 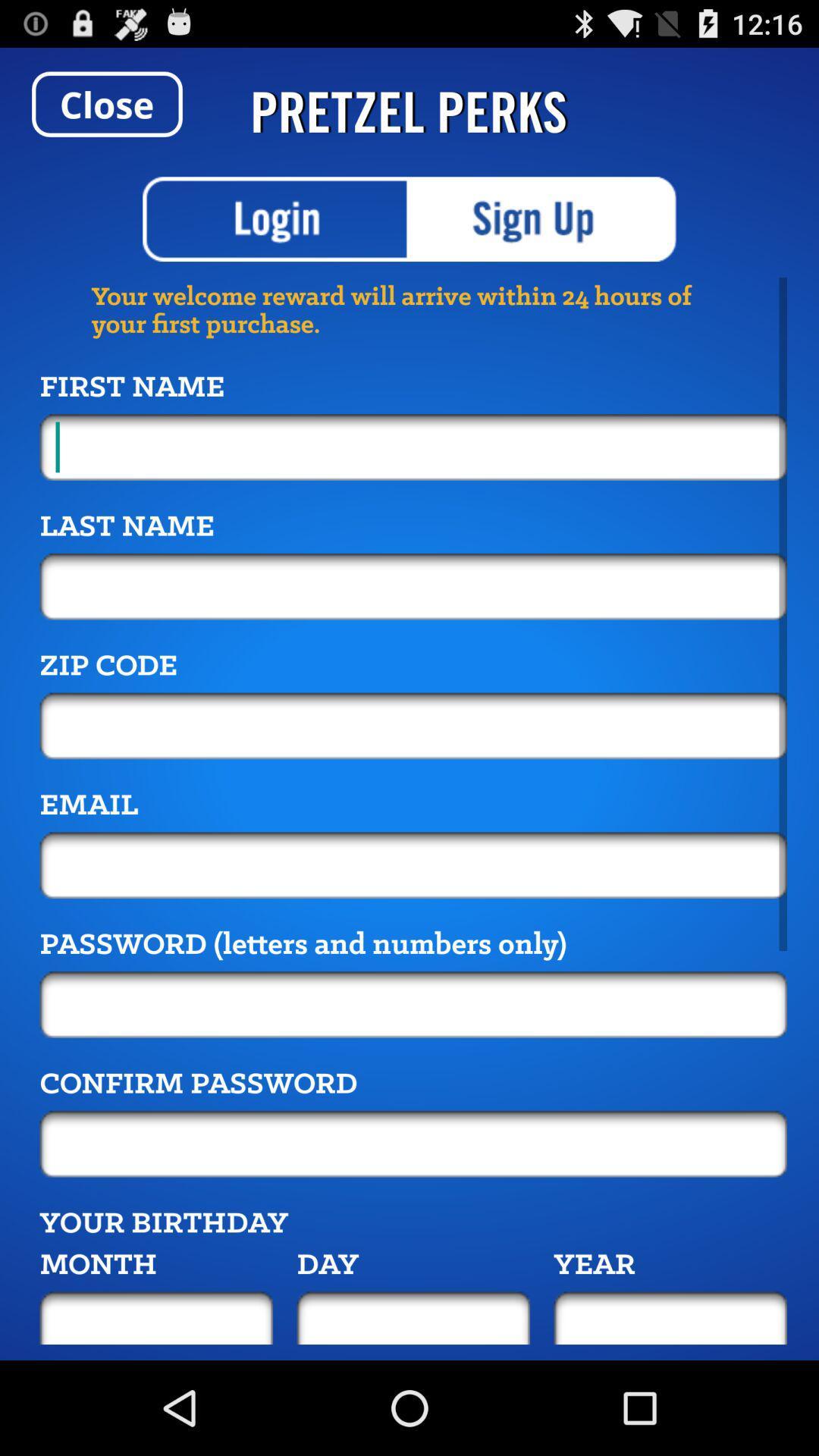 What do you see at coordinates (413, 725) in the screenshot?
I see `zip code` at bounding box center [413, 725].